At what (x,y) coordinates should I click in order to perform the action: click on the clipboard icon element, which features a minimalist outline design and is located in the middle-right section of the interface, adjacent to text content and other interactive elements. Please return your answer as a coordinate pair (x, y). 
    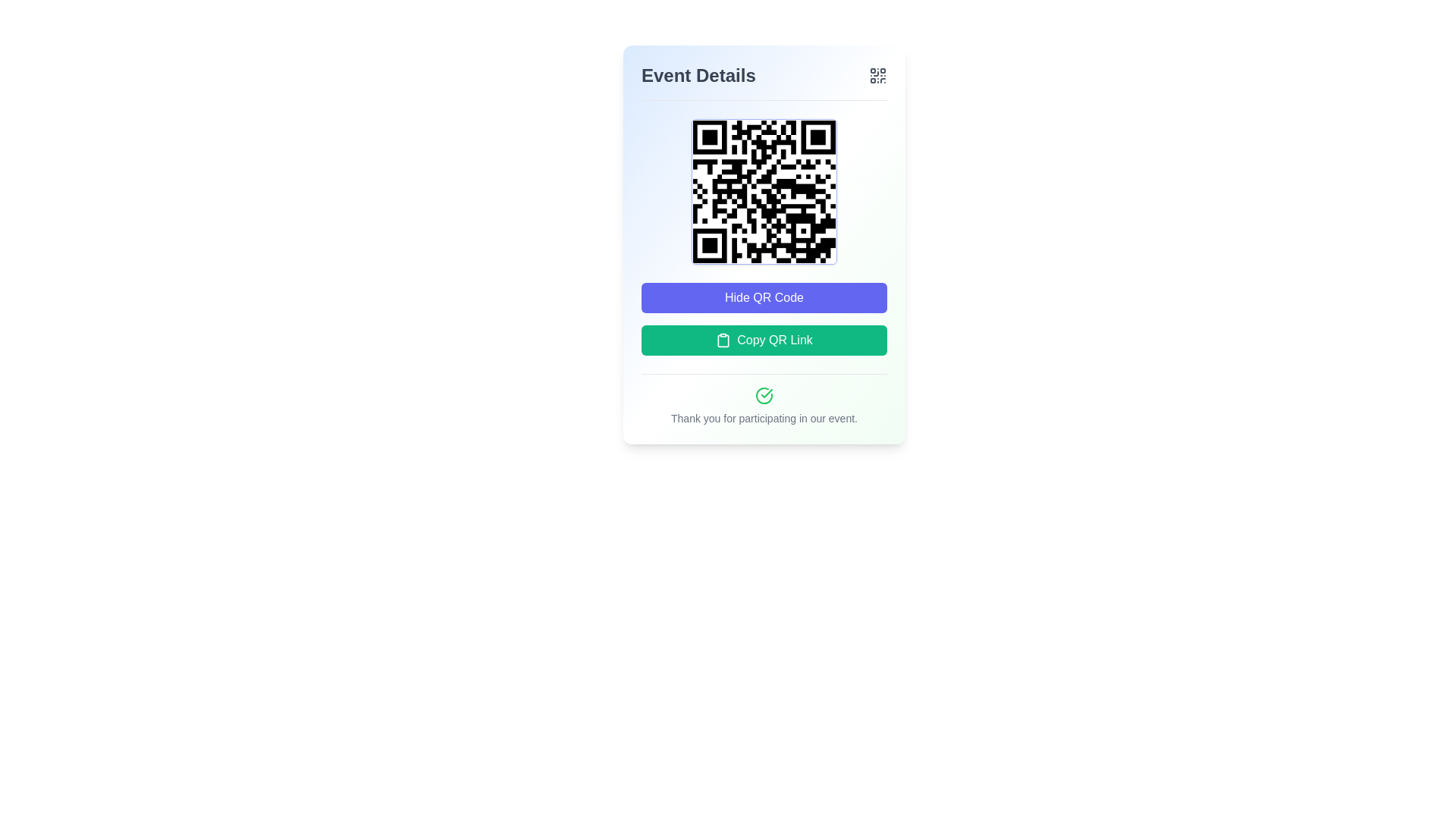
    Looking at the image, I should click on (723, 340).